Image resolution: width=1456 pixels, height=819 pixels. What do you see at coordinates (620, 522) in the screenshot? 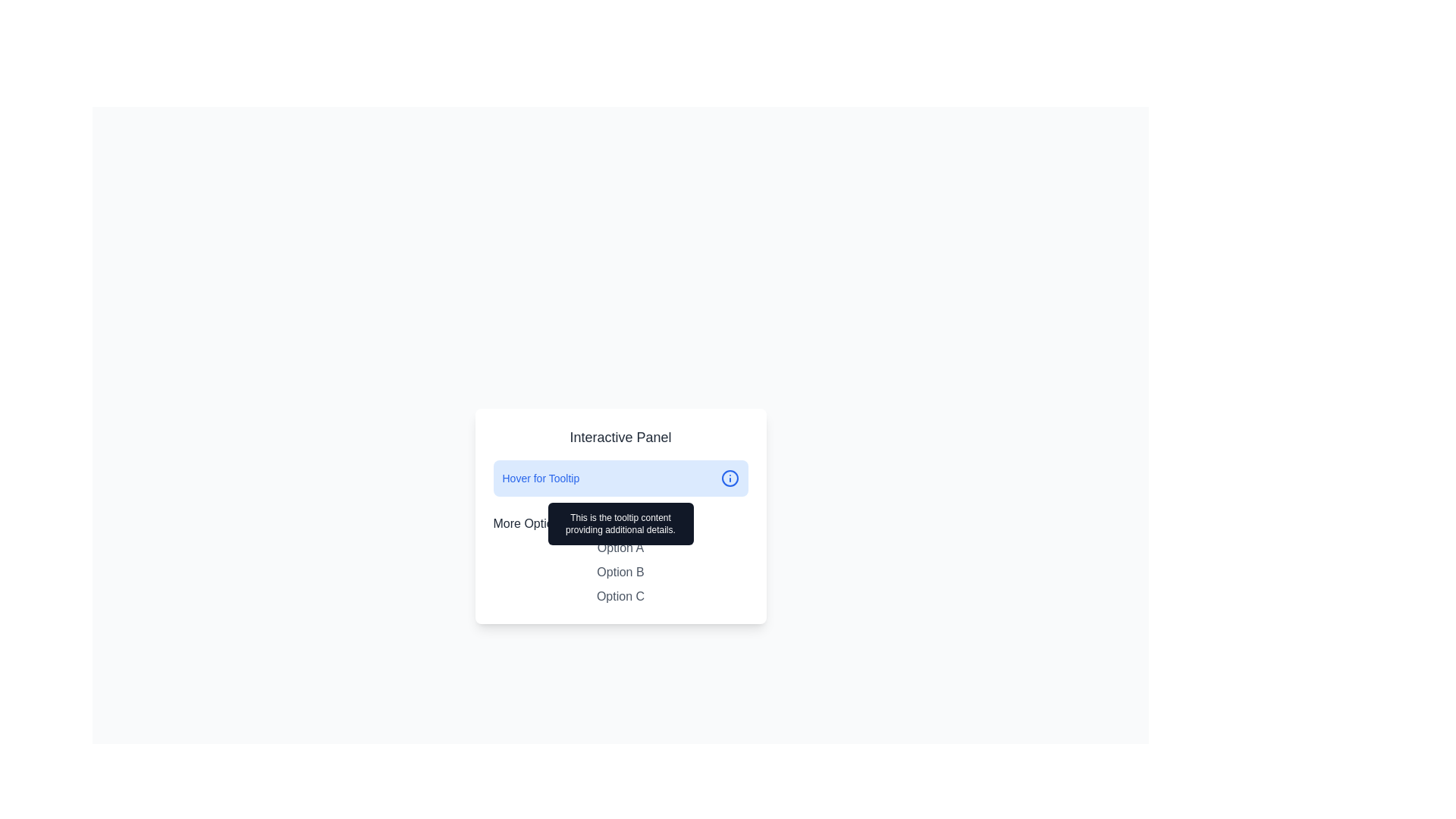
I see `the tooltip that appears below the 'Hover for Tooltip' button to provide additional context or information` at bounding box center [620, 522].